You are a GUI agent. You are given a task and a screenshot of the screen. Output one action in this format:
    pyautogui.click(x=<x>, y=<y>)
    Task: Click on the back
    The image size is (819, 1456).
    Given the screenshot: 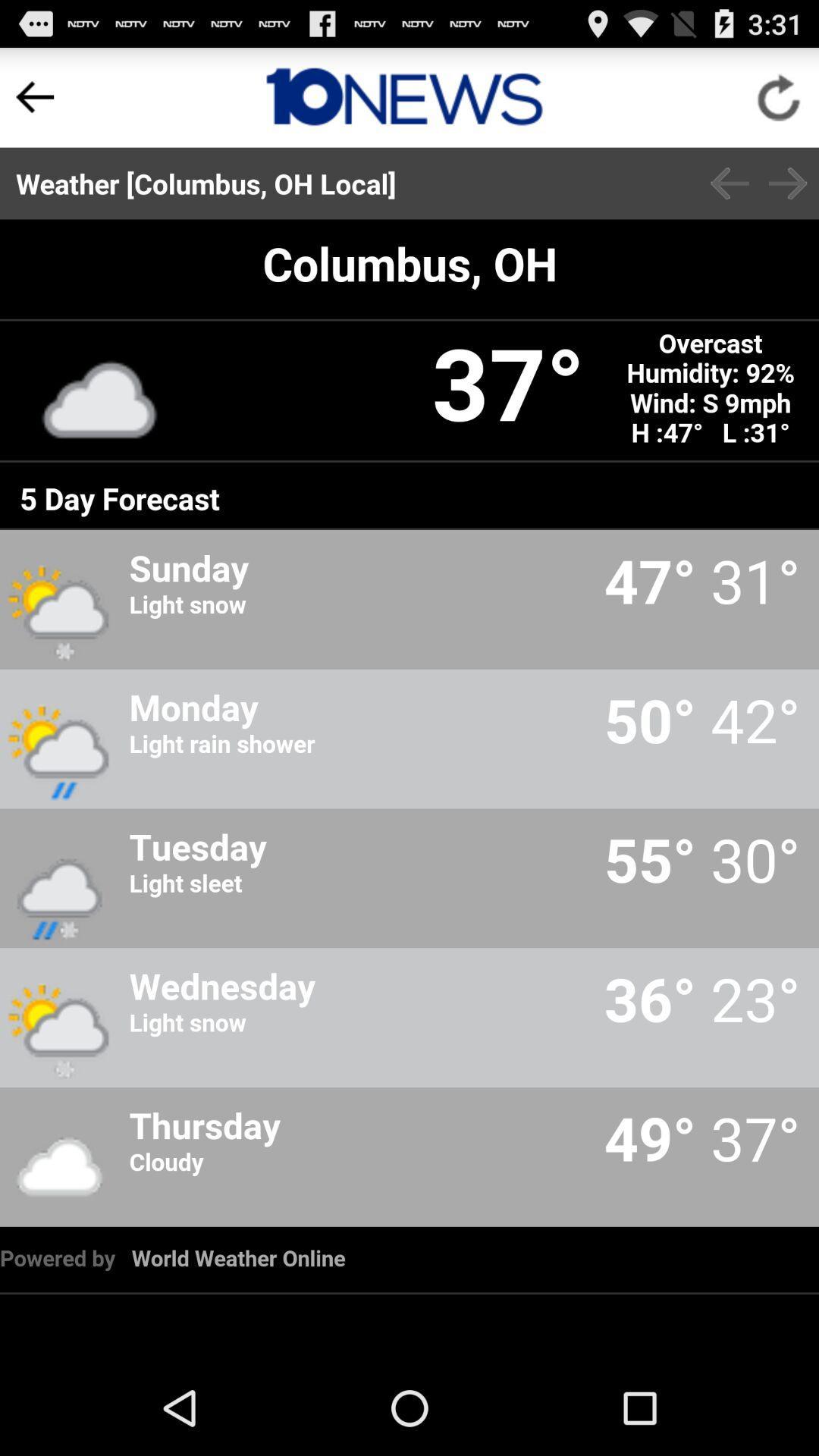 What is the action you would take?
    pyautogui.click(x=729, y=183)
    